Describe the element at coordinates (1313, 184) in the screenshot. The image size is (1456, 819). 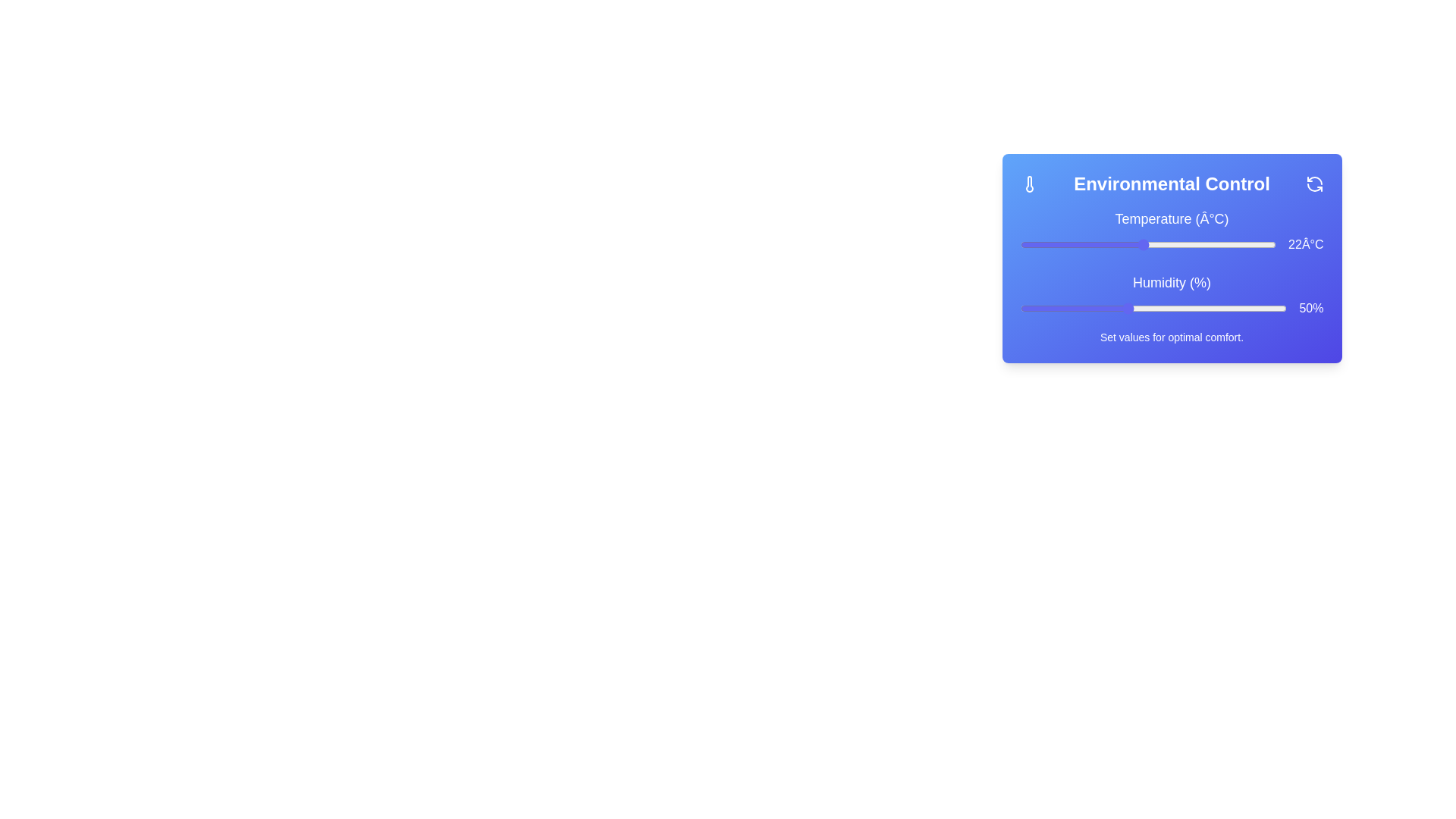
I see `the reset icon to reset the temperature and humidity to default values` at that location.